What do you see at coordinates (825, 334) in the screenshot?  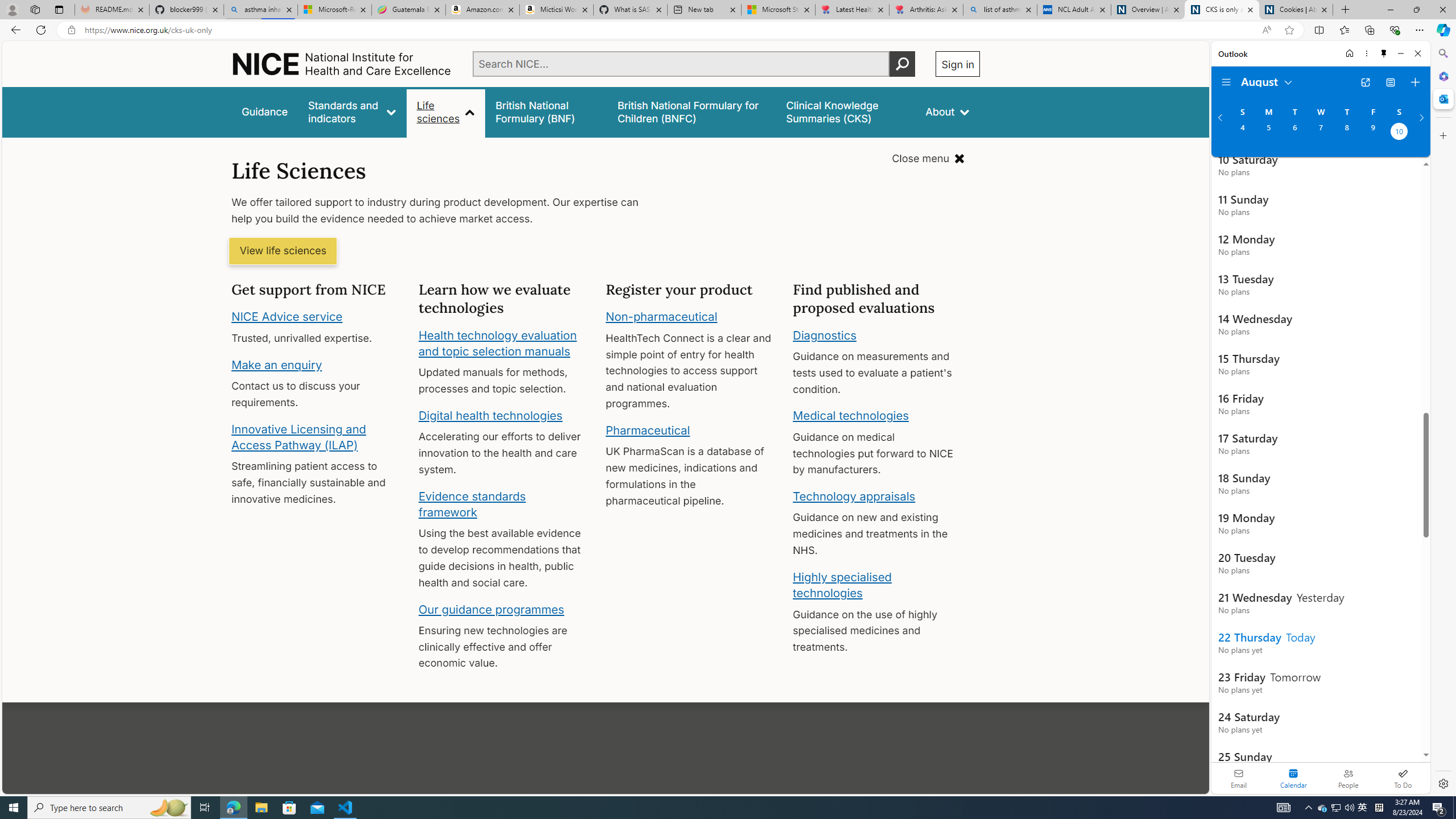 I see `'Diagnostics'` at bounding box center [825, 334].